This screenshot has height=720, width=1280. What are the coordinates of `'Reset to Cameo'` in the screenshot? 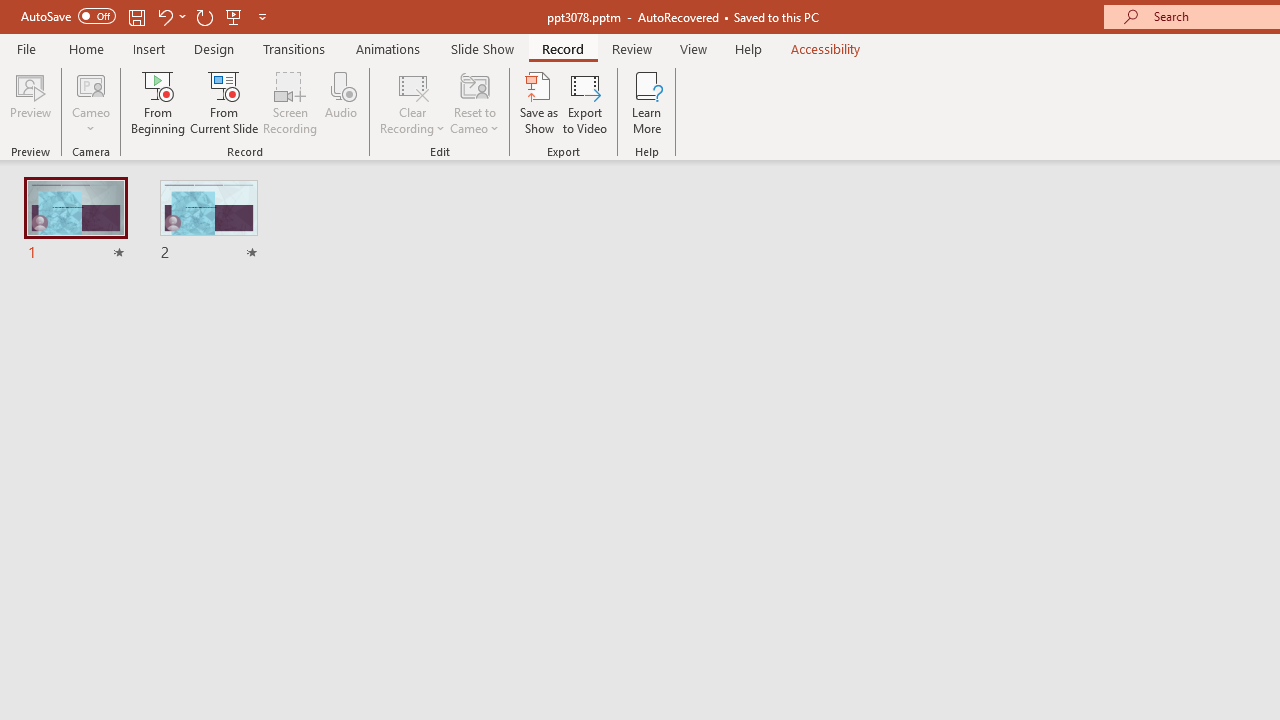 It's located at (473, 103).